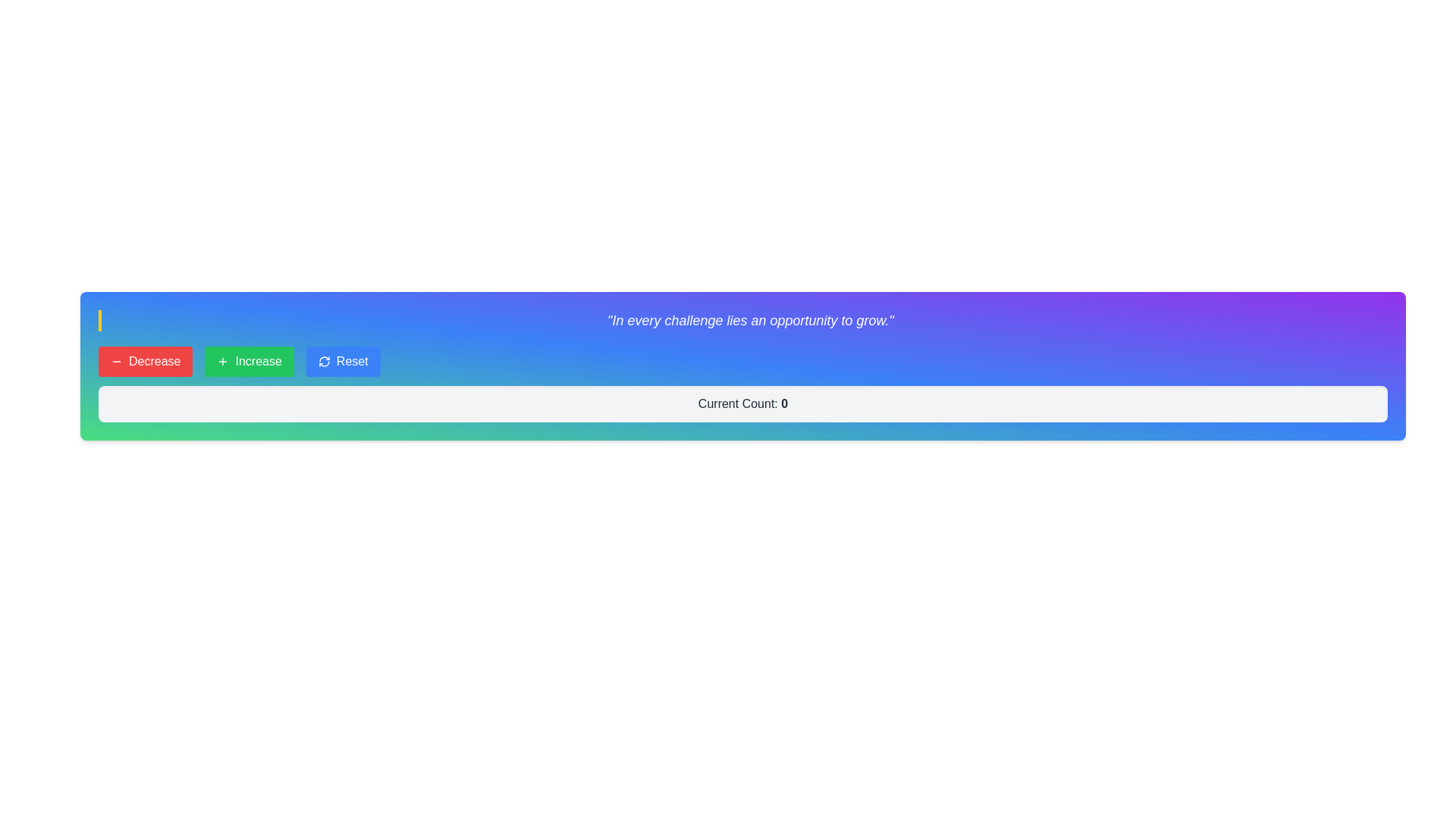  I want to click on the reset button located in a row of three buttons, positioned to the right of the 'Increase' button and to the far right of the 'Decrease' button, to reset the current count or context to its initial state, so click(342, 362).